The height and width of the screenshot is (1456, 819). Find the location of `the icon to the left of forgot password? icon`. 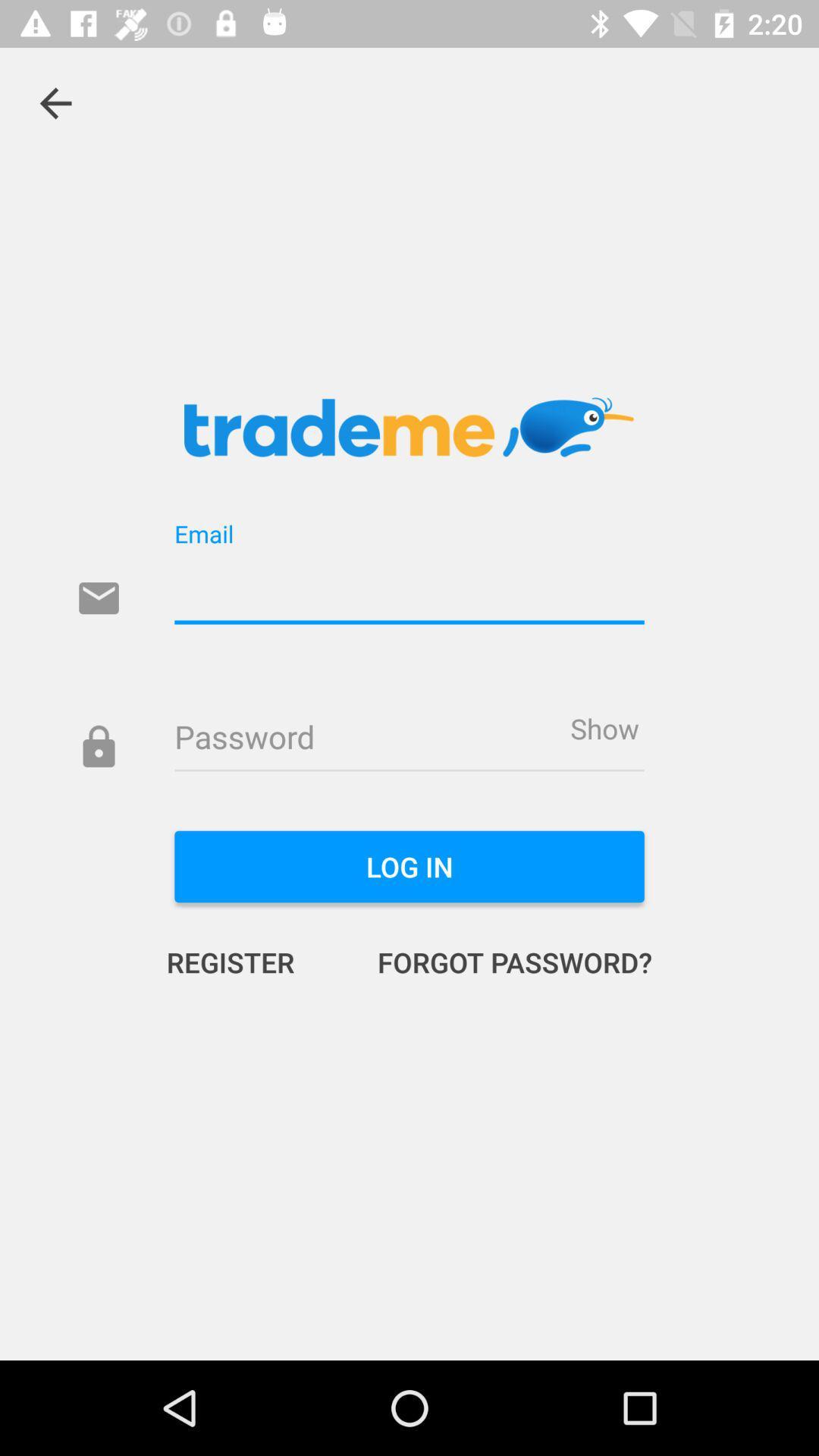

the icon to the left of forgot password? icon is located at coordinates (246, 961).